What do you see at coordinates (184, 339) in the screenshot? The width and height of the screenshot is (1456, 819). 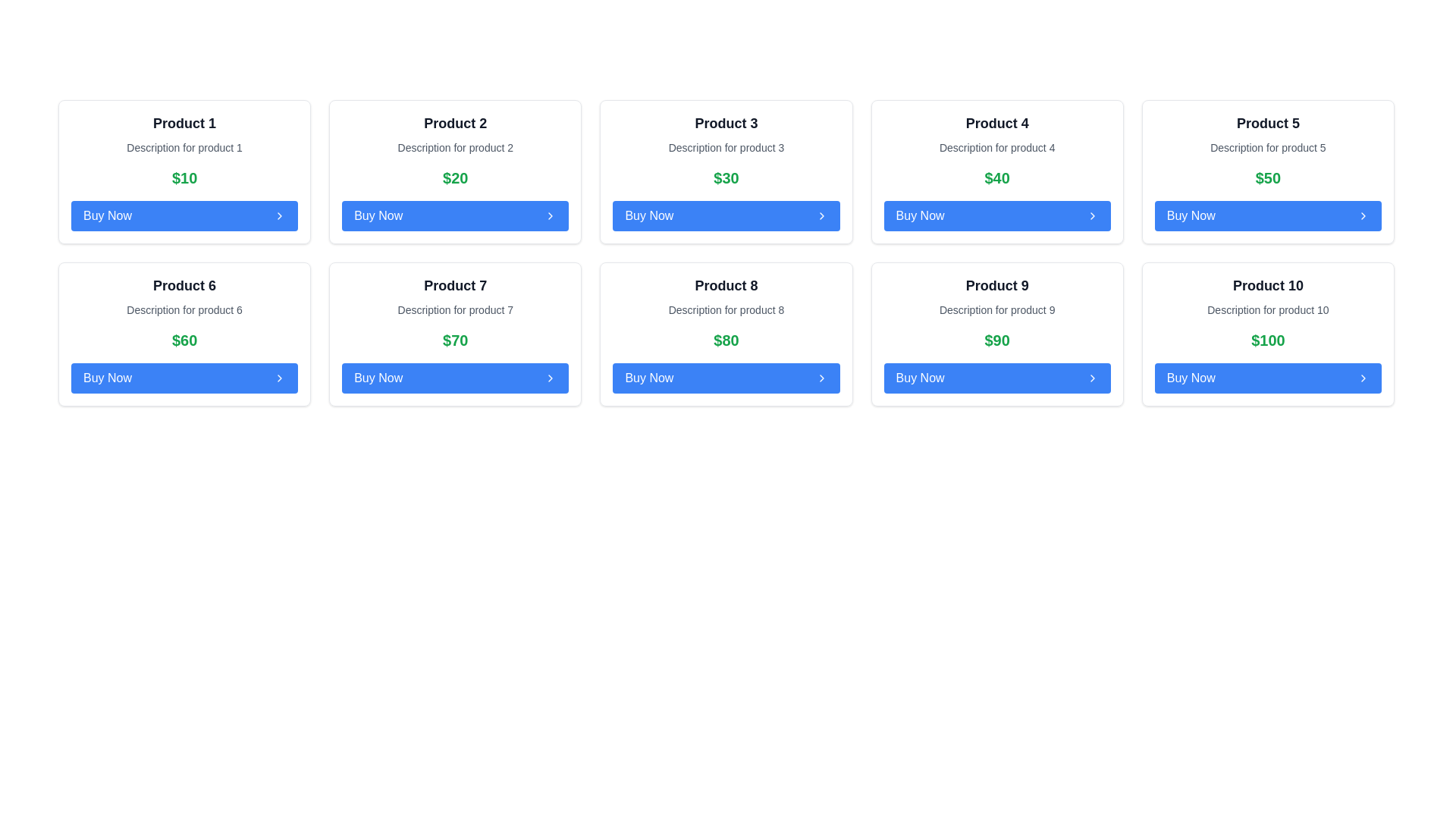 I see `the static text element displaying the price '$60', which is located beneath the product description of 'Product 6' and above the 'Buy Now' button in the product card` at bounding box center [184, 339].